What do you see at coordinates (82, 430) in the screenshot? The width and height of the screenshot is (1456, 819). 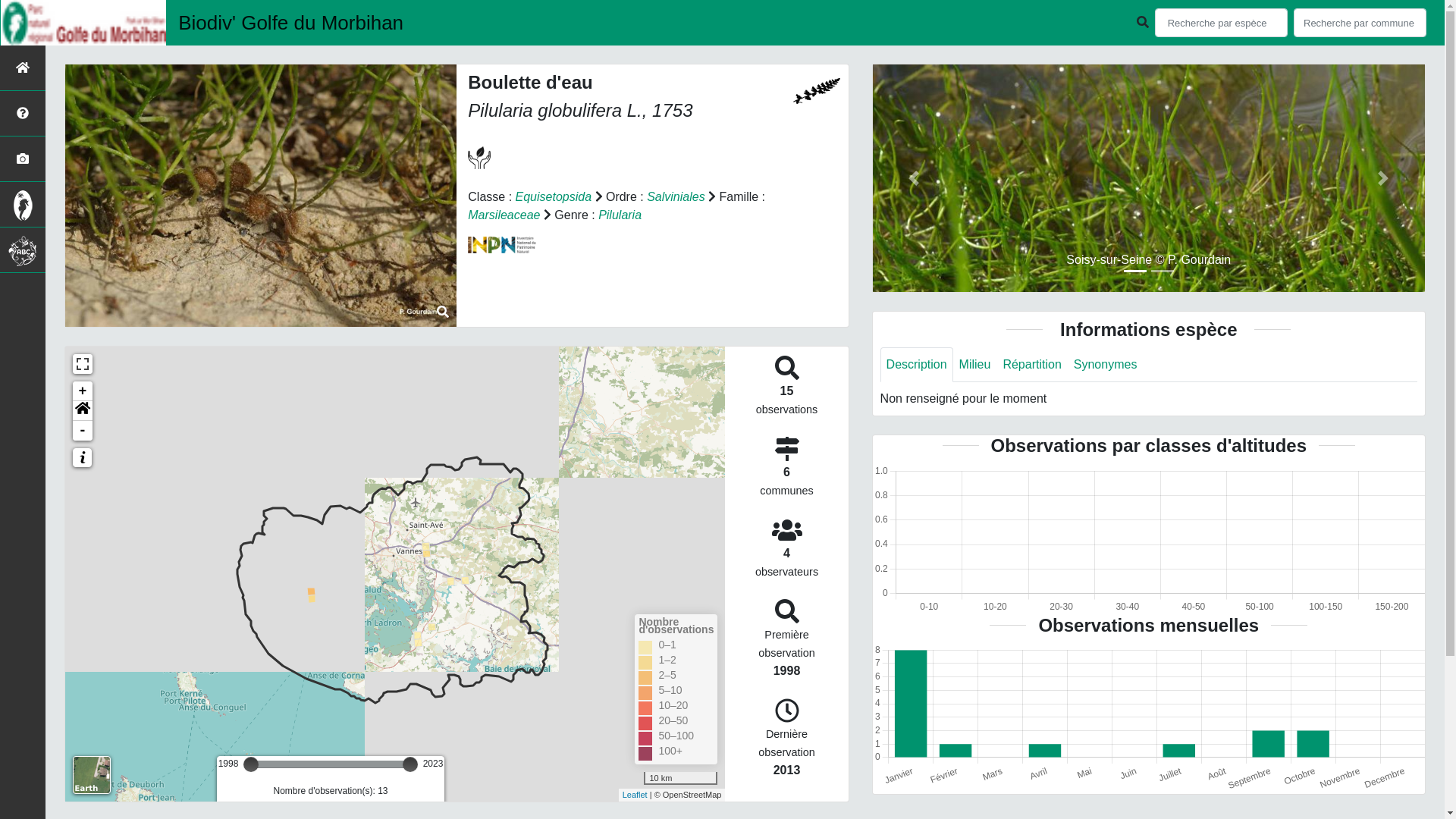 I see `'-'` at bounding box center [82, 430].